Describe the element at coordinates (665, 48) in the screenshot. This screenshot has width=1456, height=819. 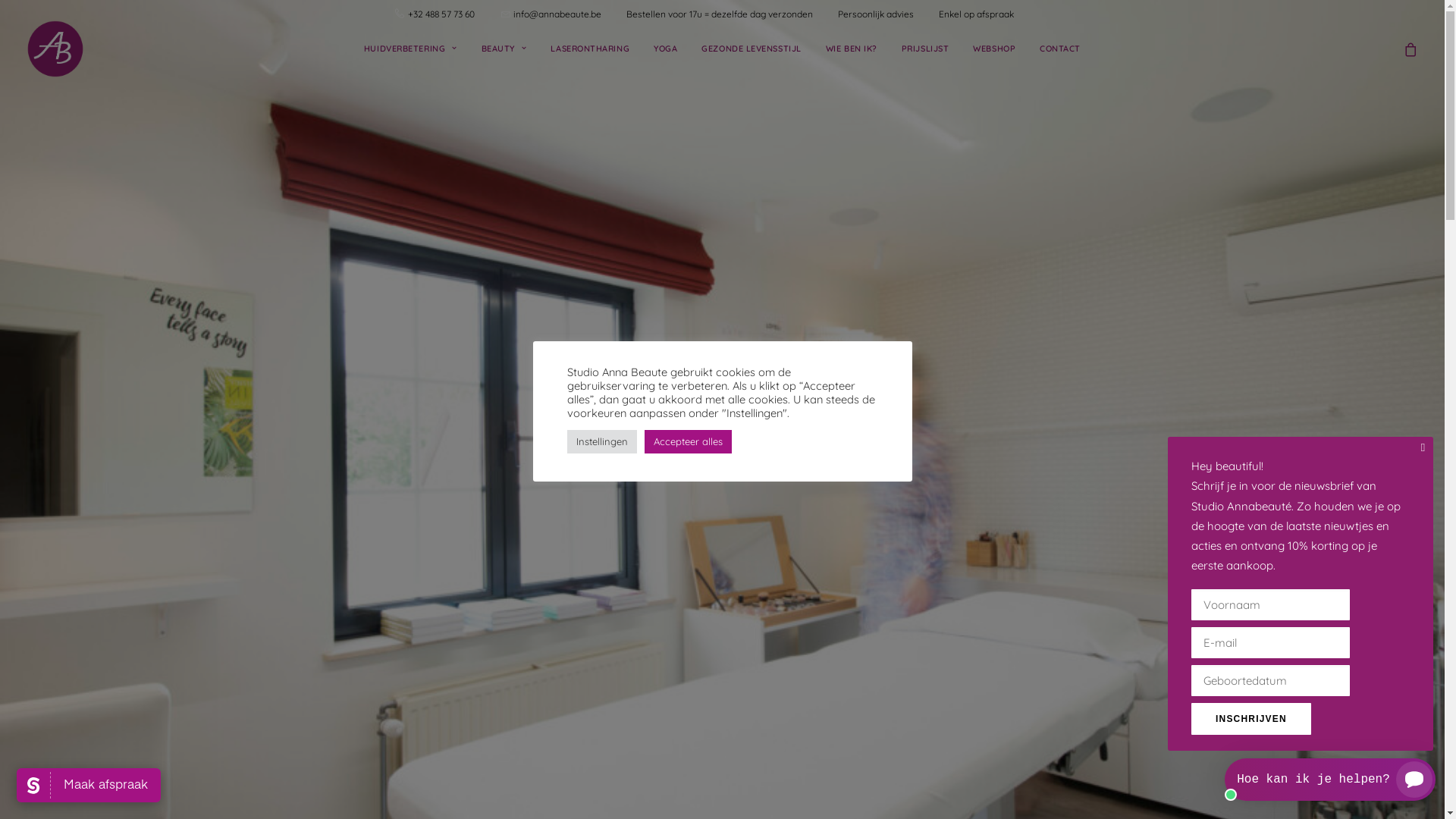
I see `'YOGA'` at that location.